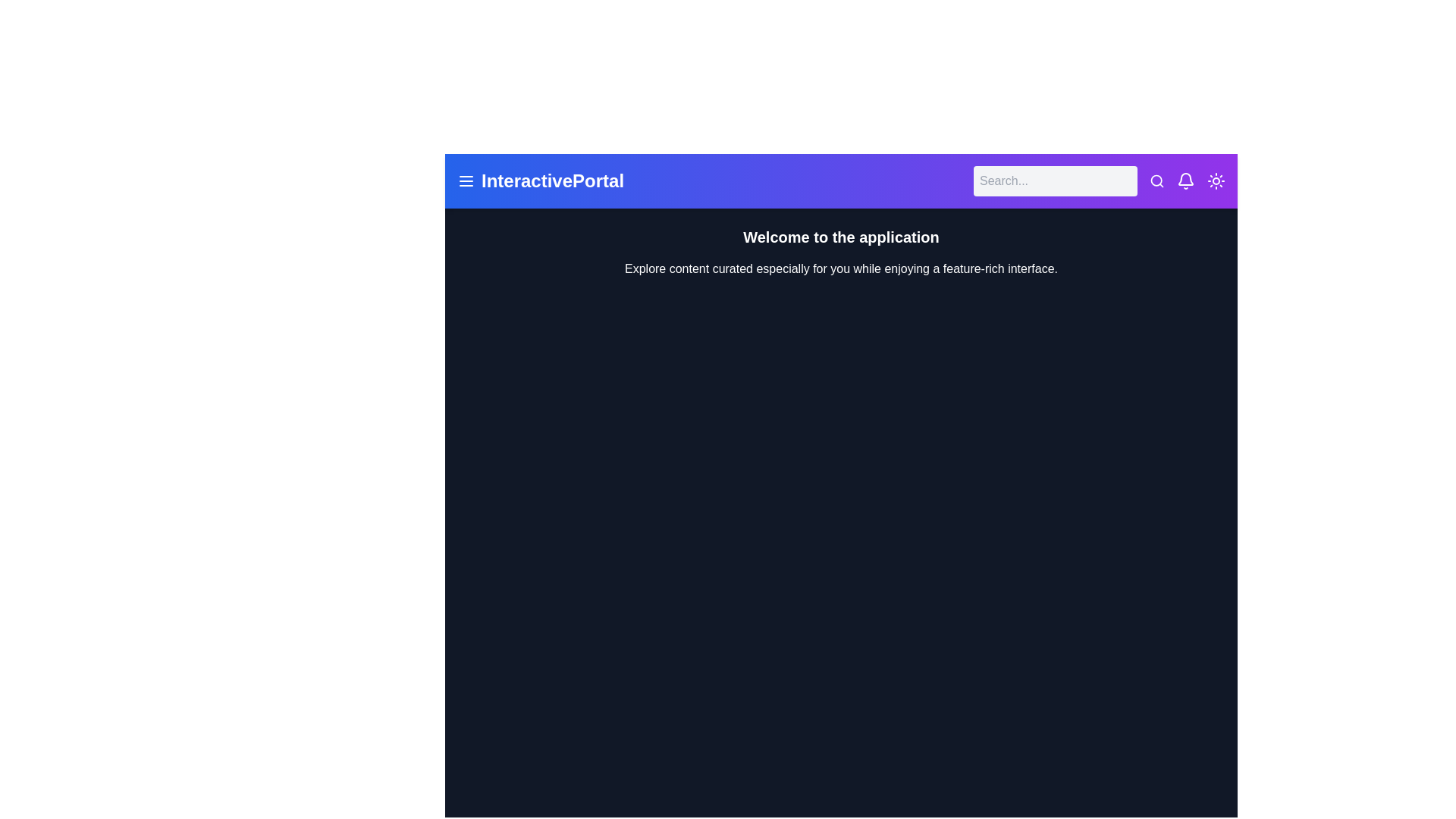 The image size is (1456, 819). I want to click on the element with lucide-search class, so click(1156, 180).